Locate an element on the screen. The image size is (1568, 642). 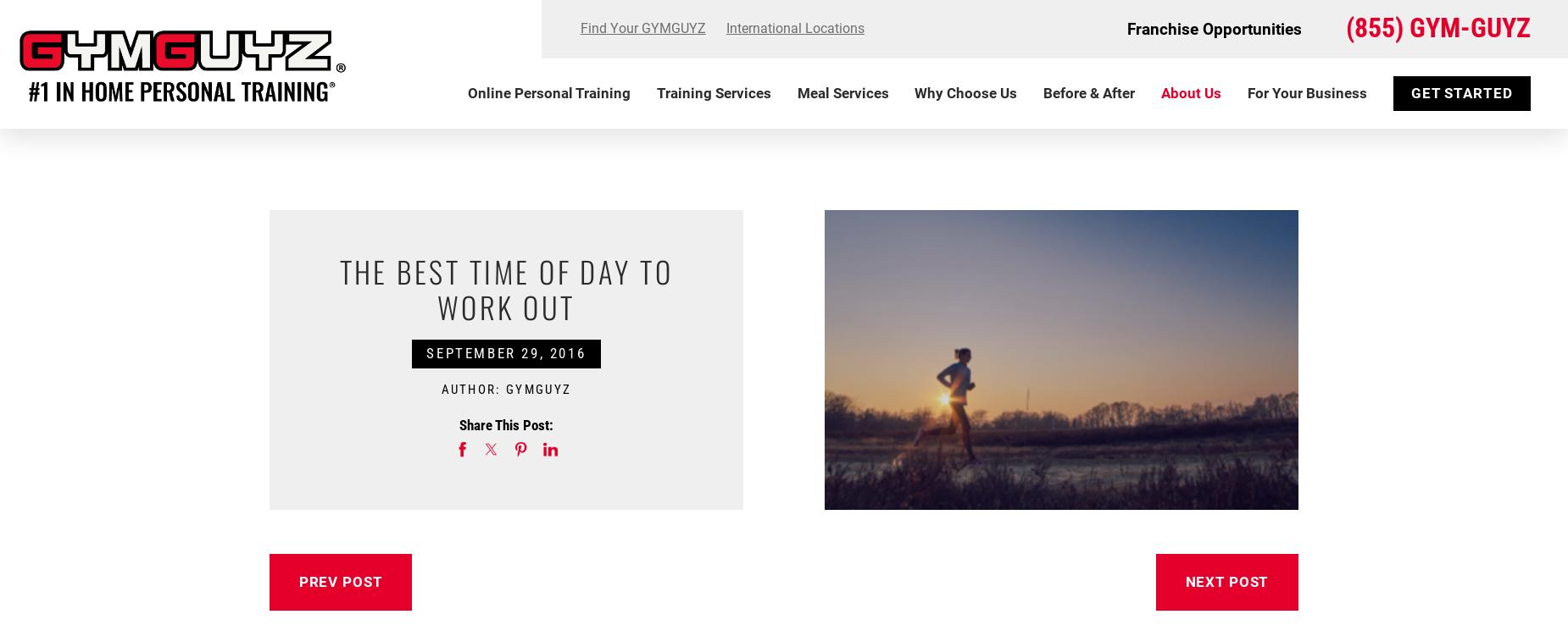
'Group Training' is located at coordinates (666, 202).